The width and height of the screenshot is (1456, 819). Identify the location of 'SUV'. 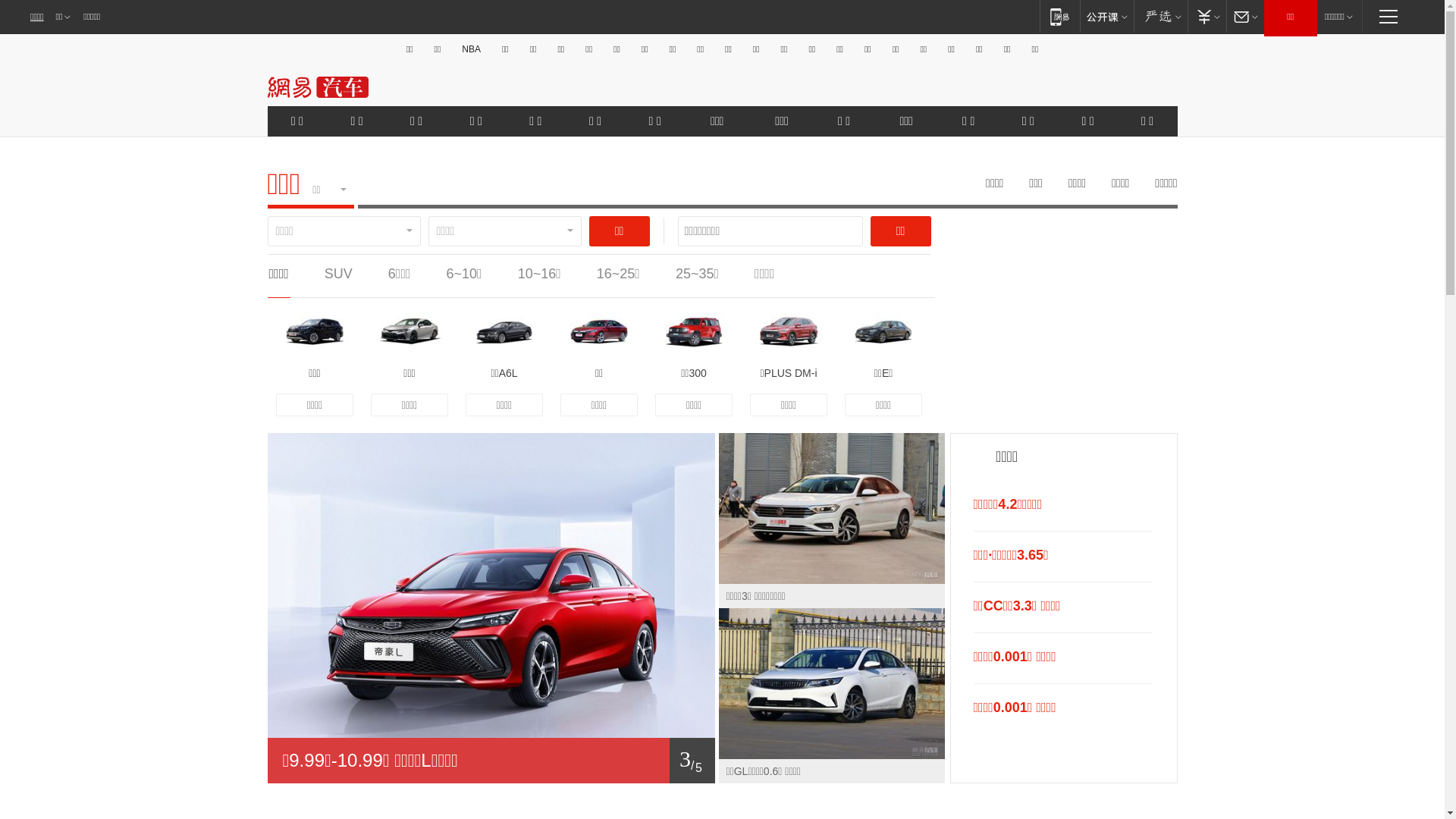
(337, 274).